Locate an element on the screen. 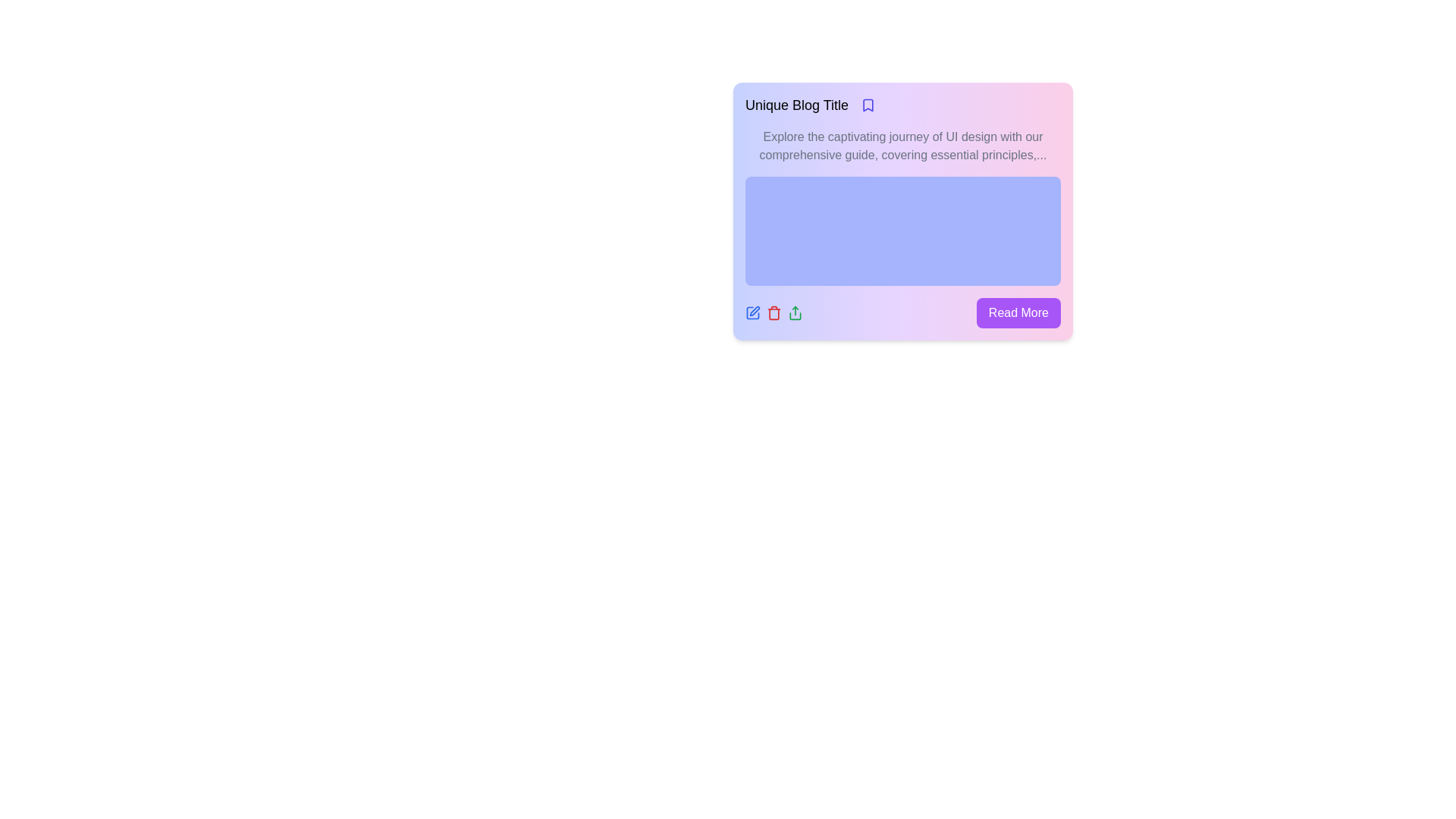 This screenshot has width=1456, height=819. the text content providing a brief description or preview related to the blog post, located below the title 'Unique Blog Title' and above action buttons is located at coordinates (902, 146).